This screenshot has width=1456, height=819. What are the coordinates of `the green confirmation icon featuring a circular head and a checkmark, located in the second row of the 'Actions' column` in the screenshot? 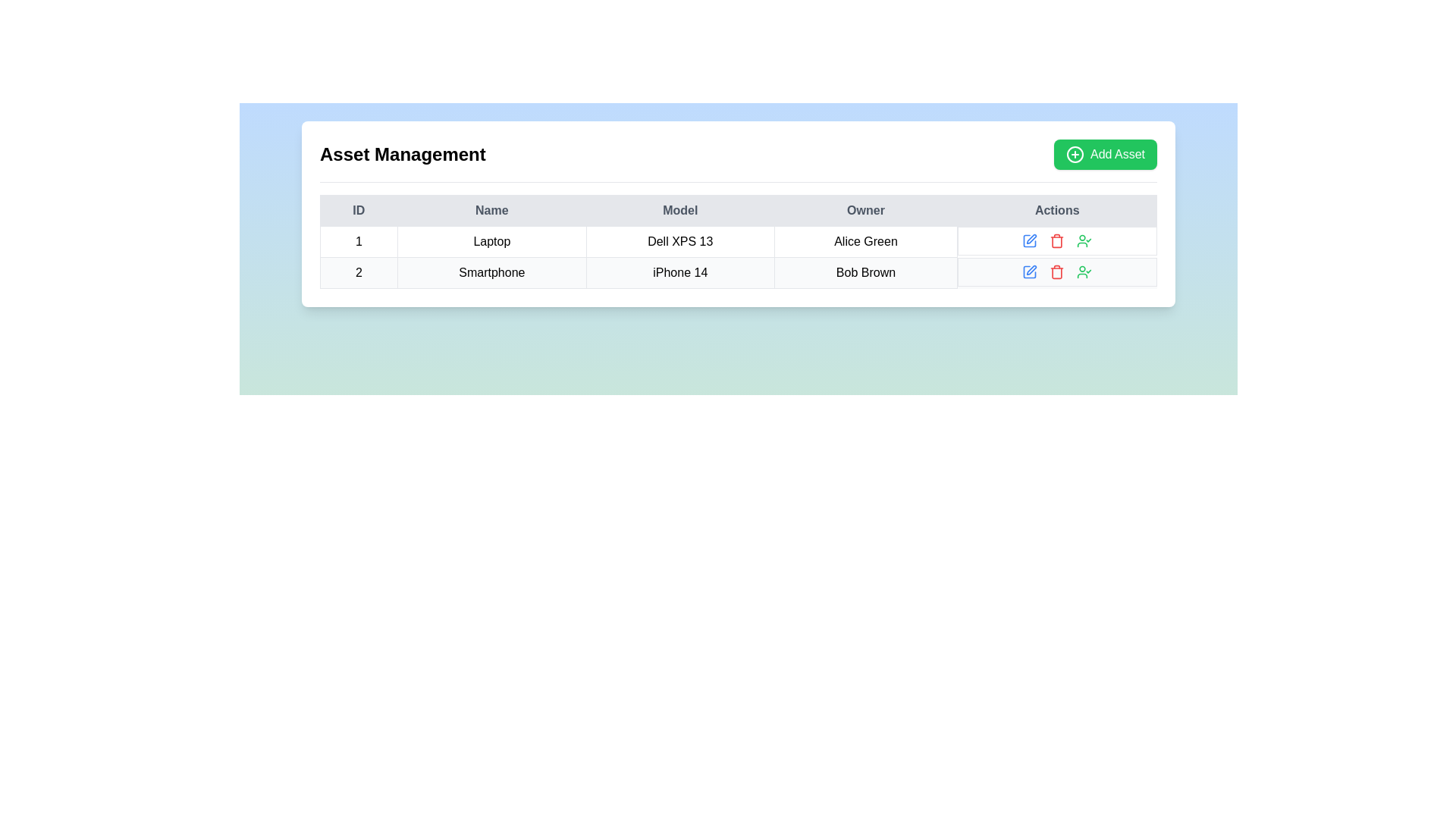 It's located at (1084, 271).